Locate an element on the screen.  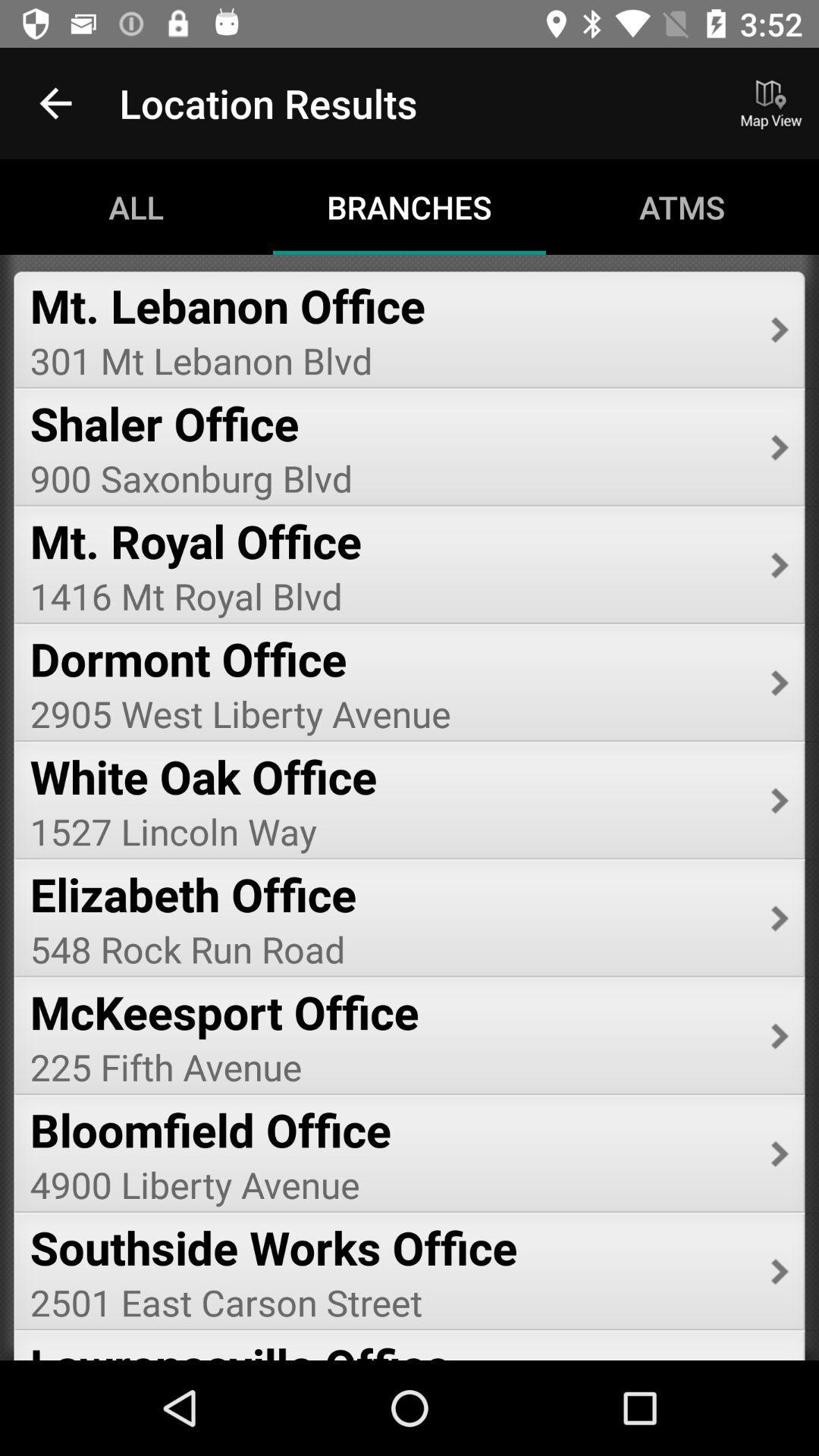
mckeesport office is located at coordinates (389, 1012).